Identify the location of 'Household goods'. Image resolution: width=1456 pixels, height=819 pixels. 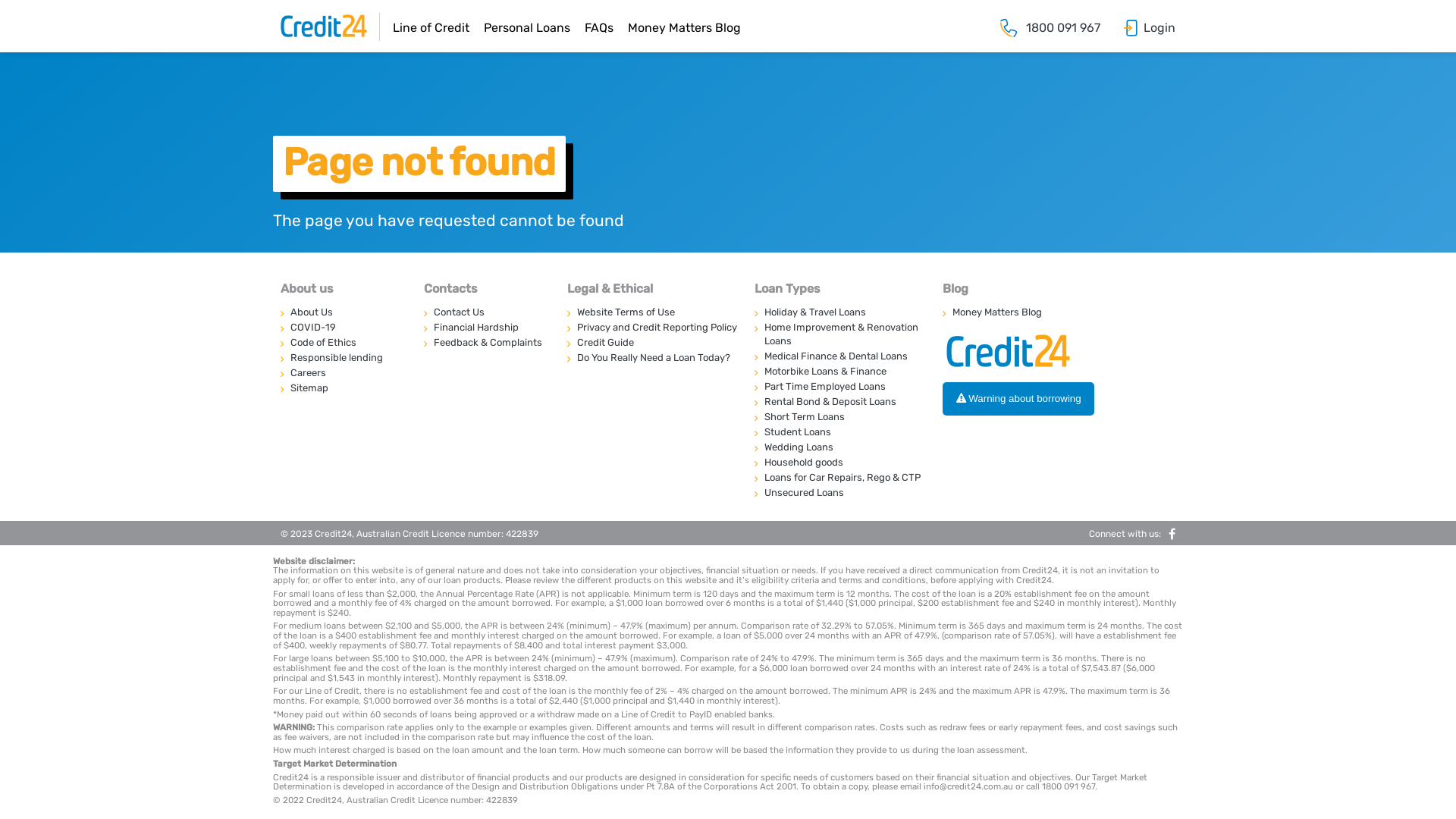
(839, 461).